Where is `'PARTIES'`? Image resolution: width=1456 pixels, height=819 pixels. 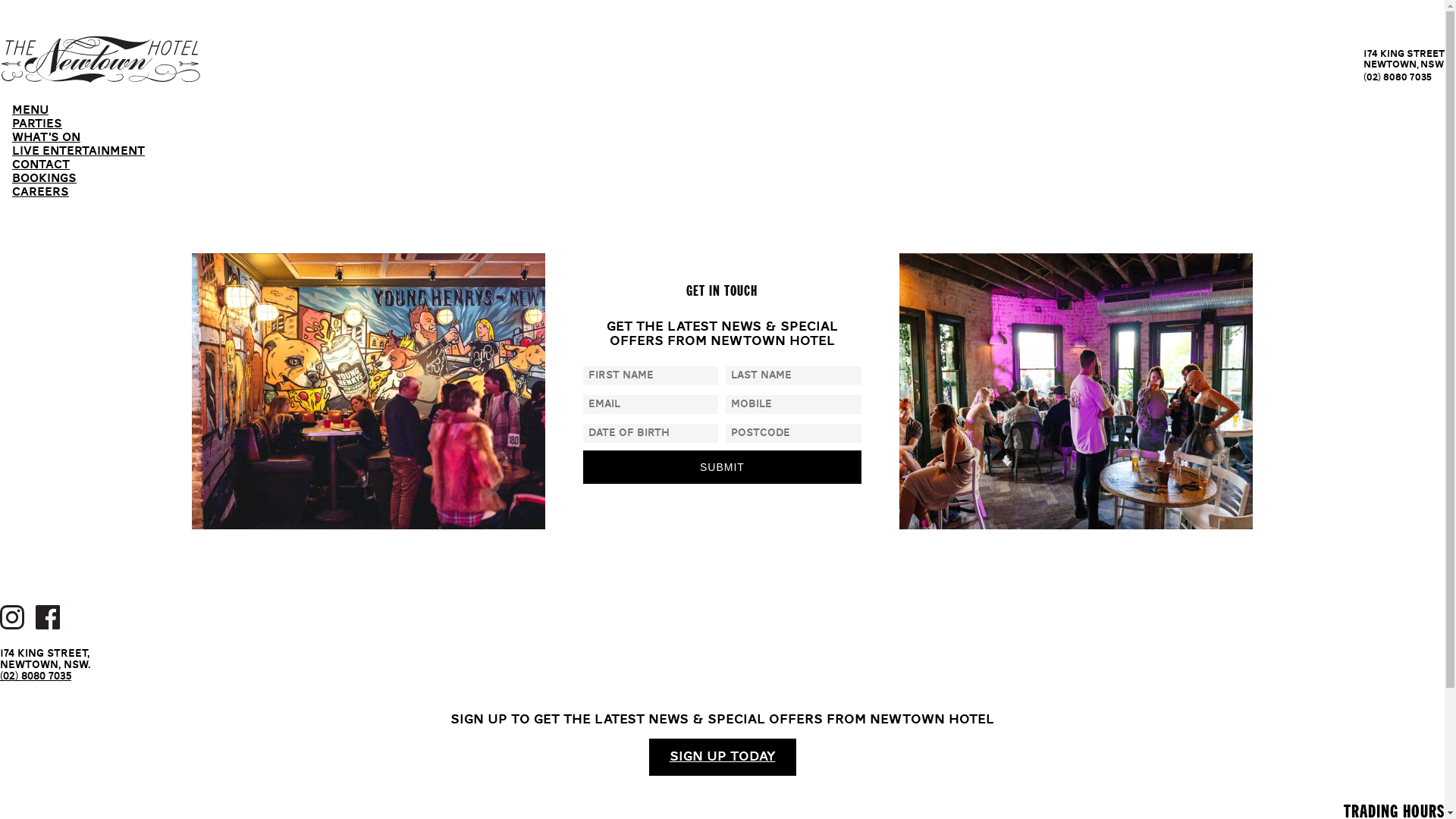
'PARTIES' is located at coordinates (36, 124).